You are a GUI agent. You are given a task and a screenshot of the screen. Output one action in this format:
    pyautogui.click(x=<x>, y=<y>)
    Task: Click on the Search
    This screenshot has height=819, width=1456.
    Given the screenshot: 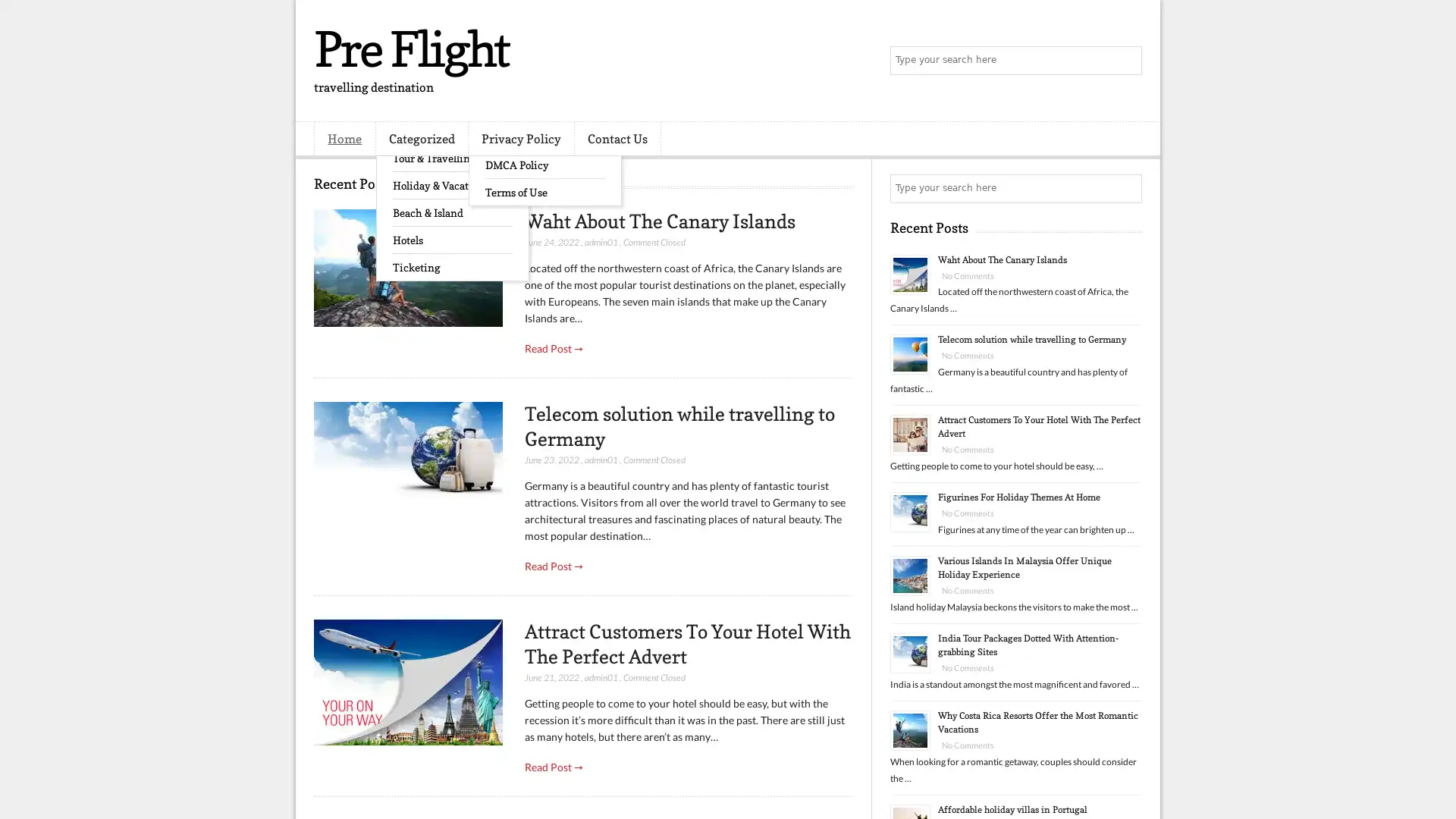 What is the action you would take?
    pyautogui.click(x=1126, y=188)
    